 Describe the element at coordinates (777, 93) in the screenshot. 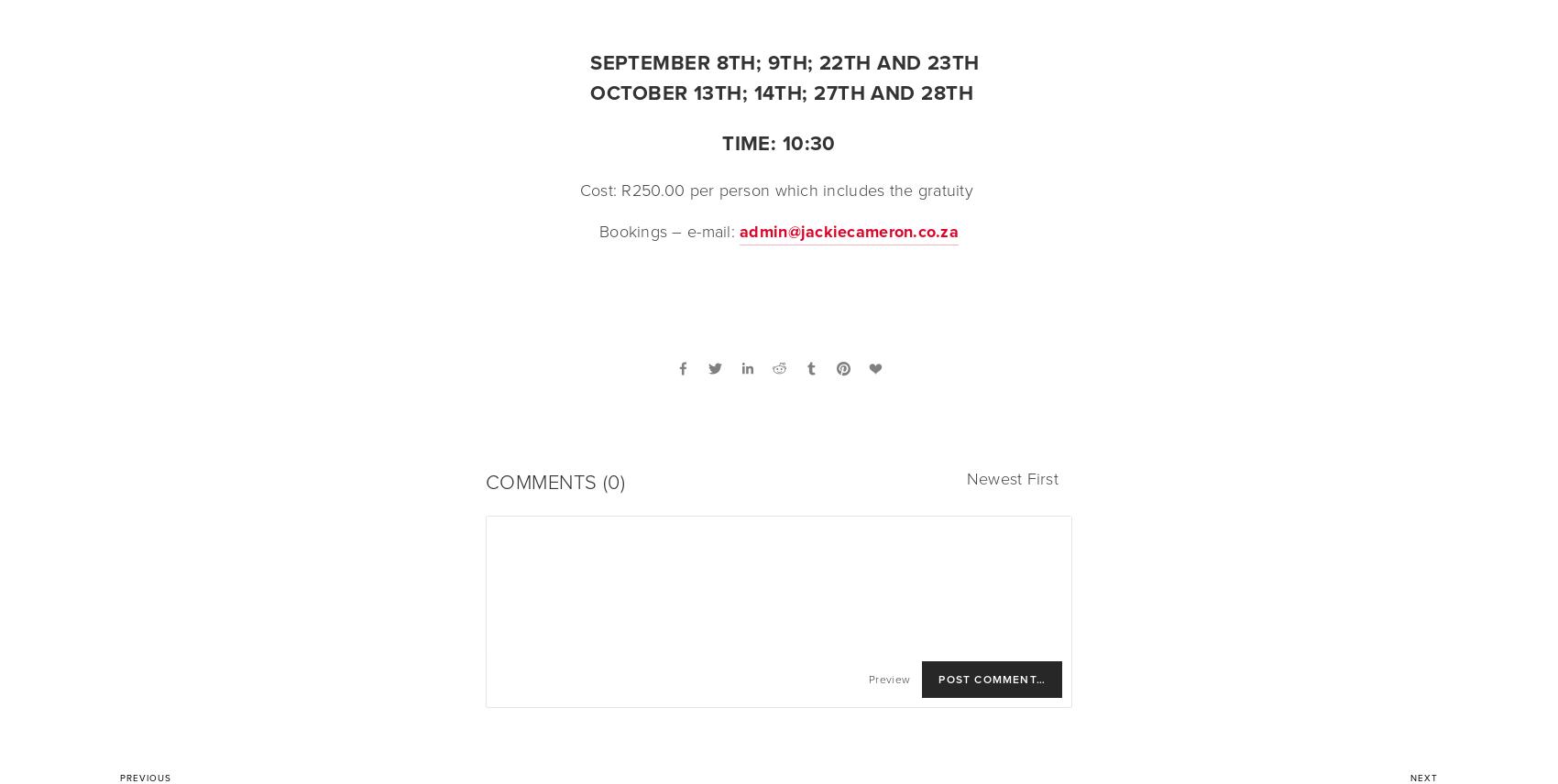

I see `'October 13th; 14th; 27th and 28th'` at that location.